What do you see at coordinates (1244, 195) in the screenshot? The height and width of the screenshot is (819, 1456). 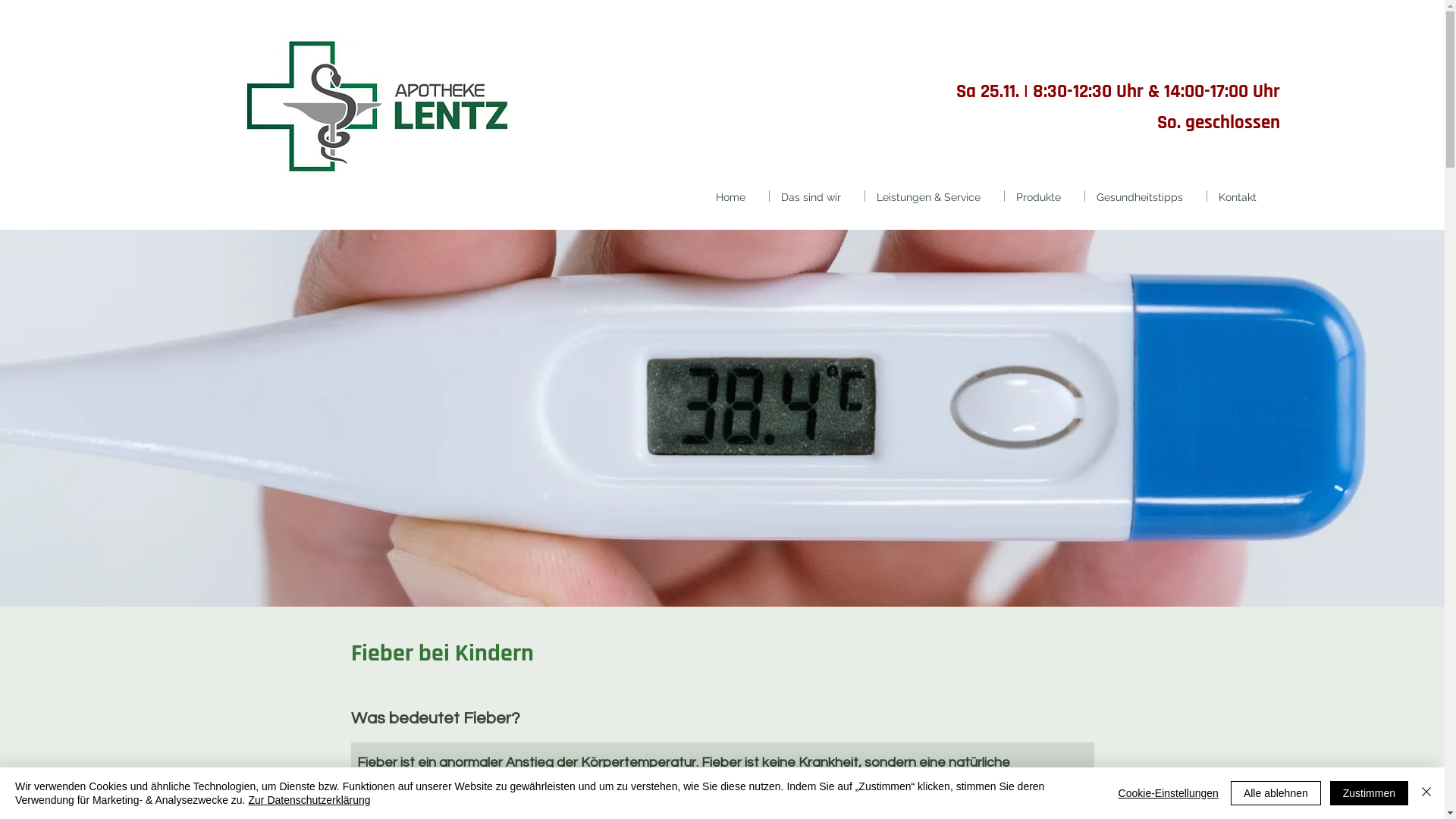 I see `'Kontakt'` at bounding box center [1244, 195].